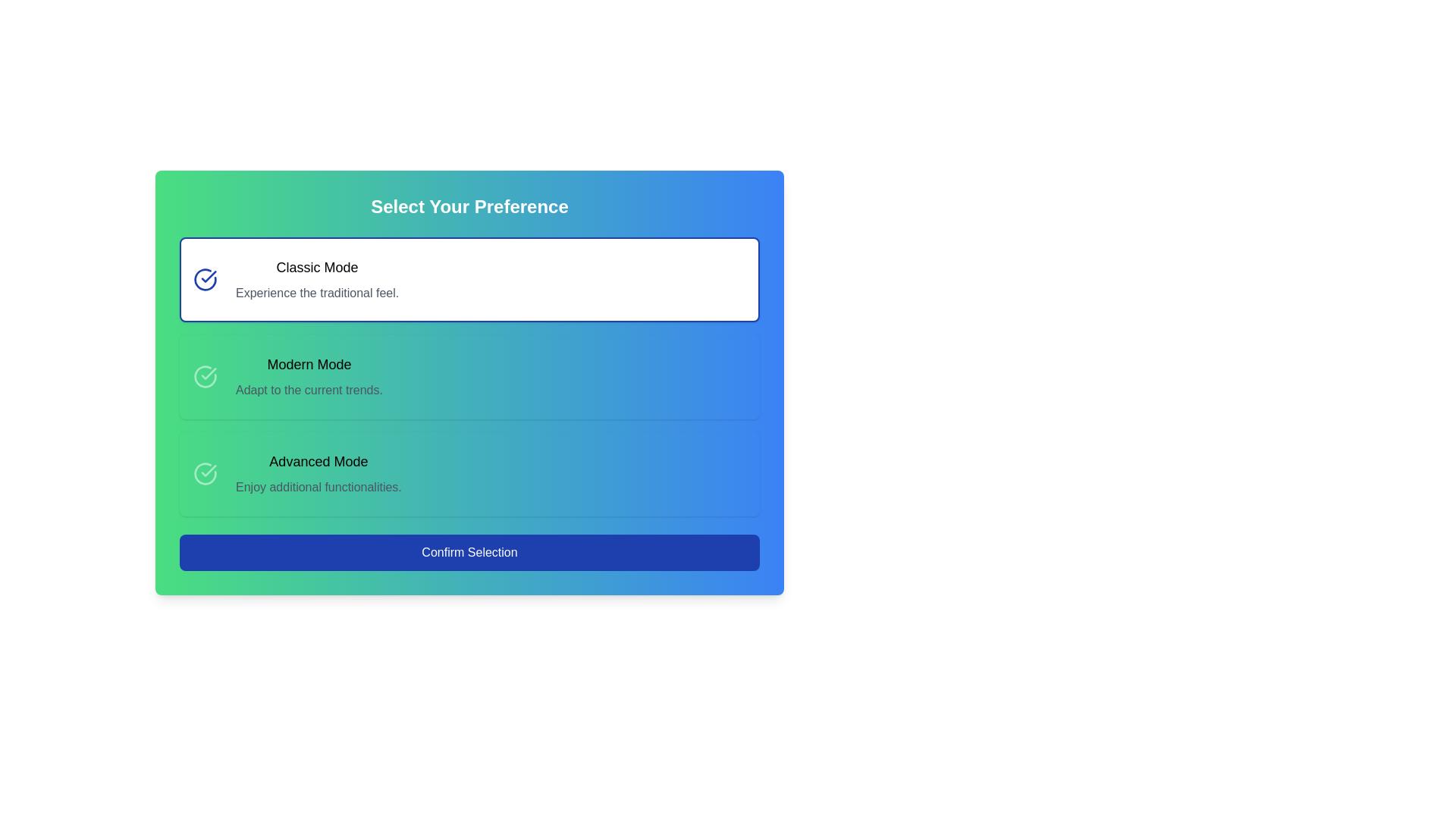 The image size is (1456, 819). Describe the element at coordinates (469, 472) in the screenshot. I see `the 'Advanced Mode' option card` at that location.